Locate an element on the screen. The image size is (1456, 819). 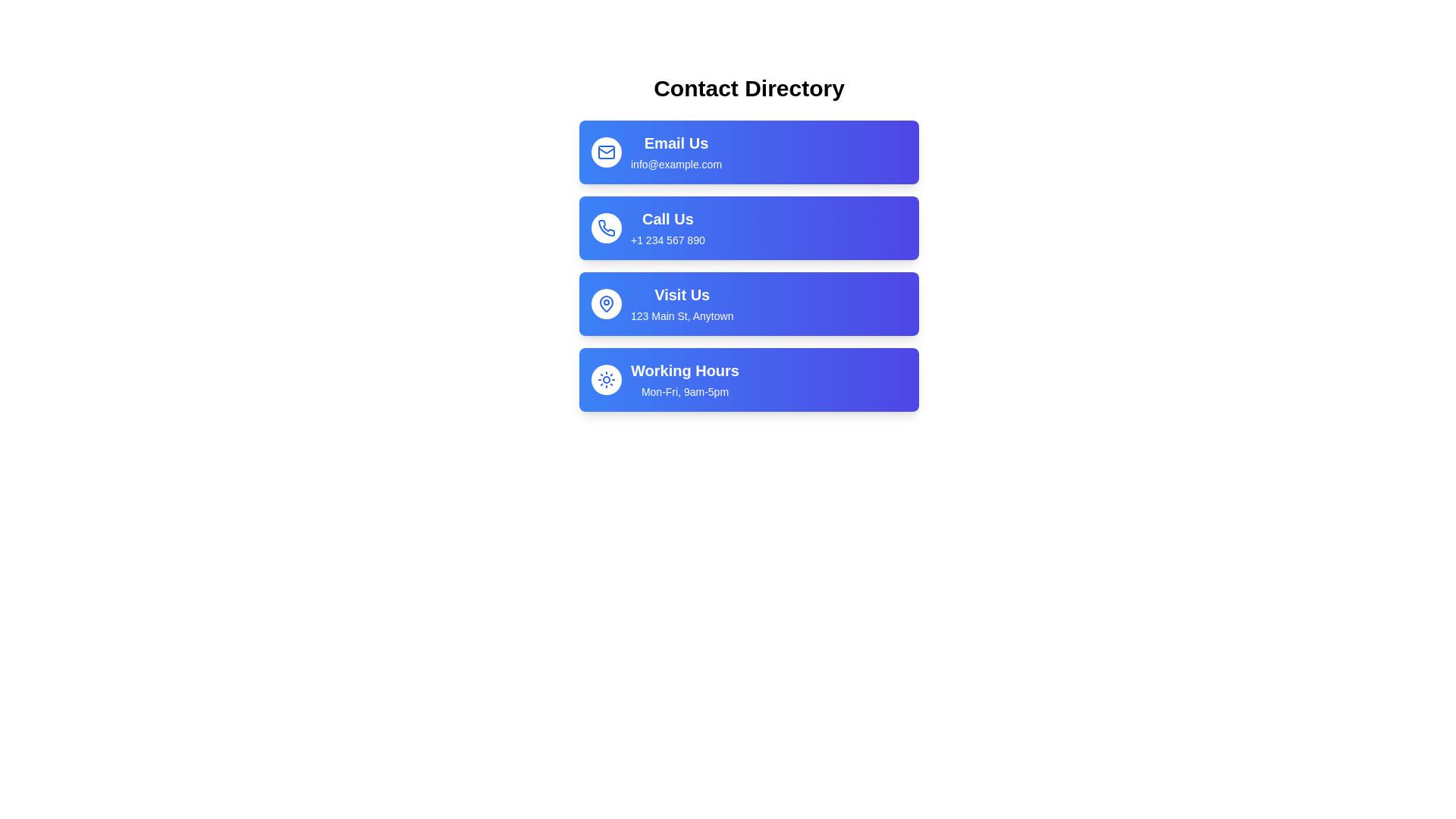
the static text label component displaying 'Call Us' which is located in a blue rectangular box with rounded corners, positioned above the text '+1 234 567 890' in the second blue card of the contact options is located at coordinates (667, 219).